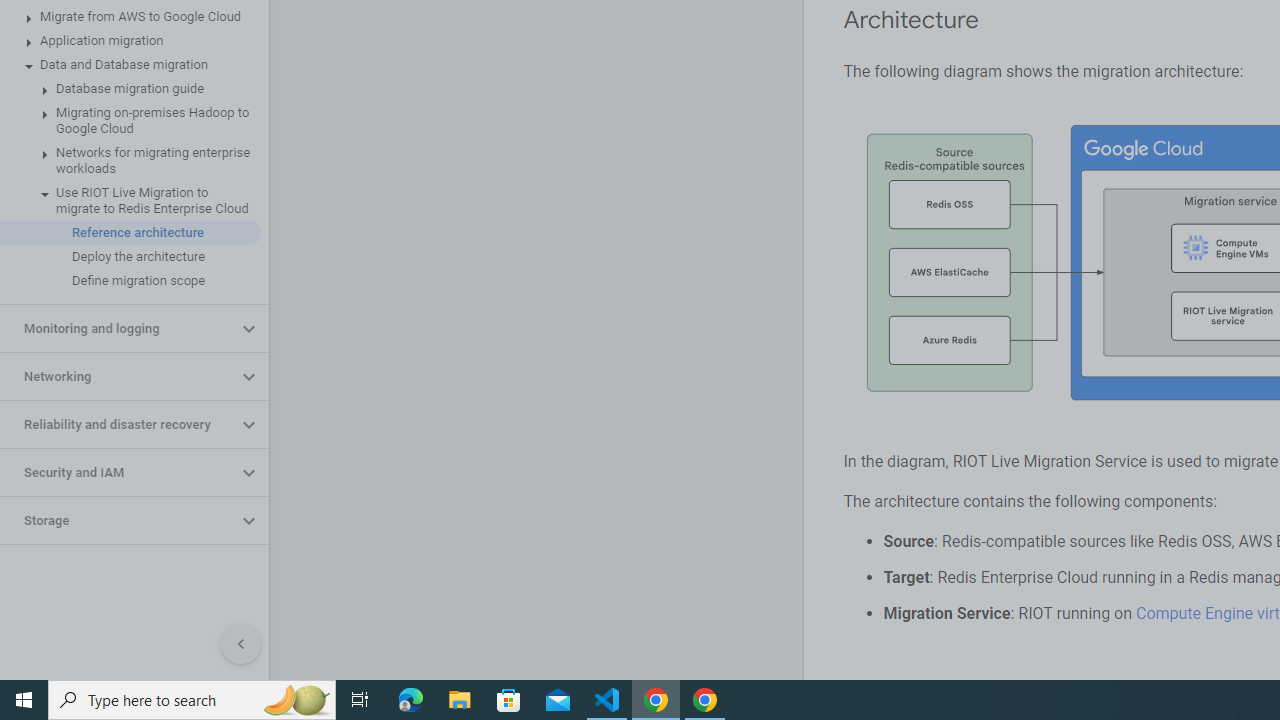  Describe the element at coordinates (129, 120) in the screenshot. I see `'Migrating on-premises Hadoop to Google Cloud'` at that location.